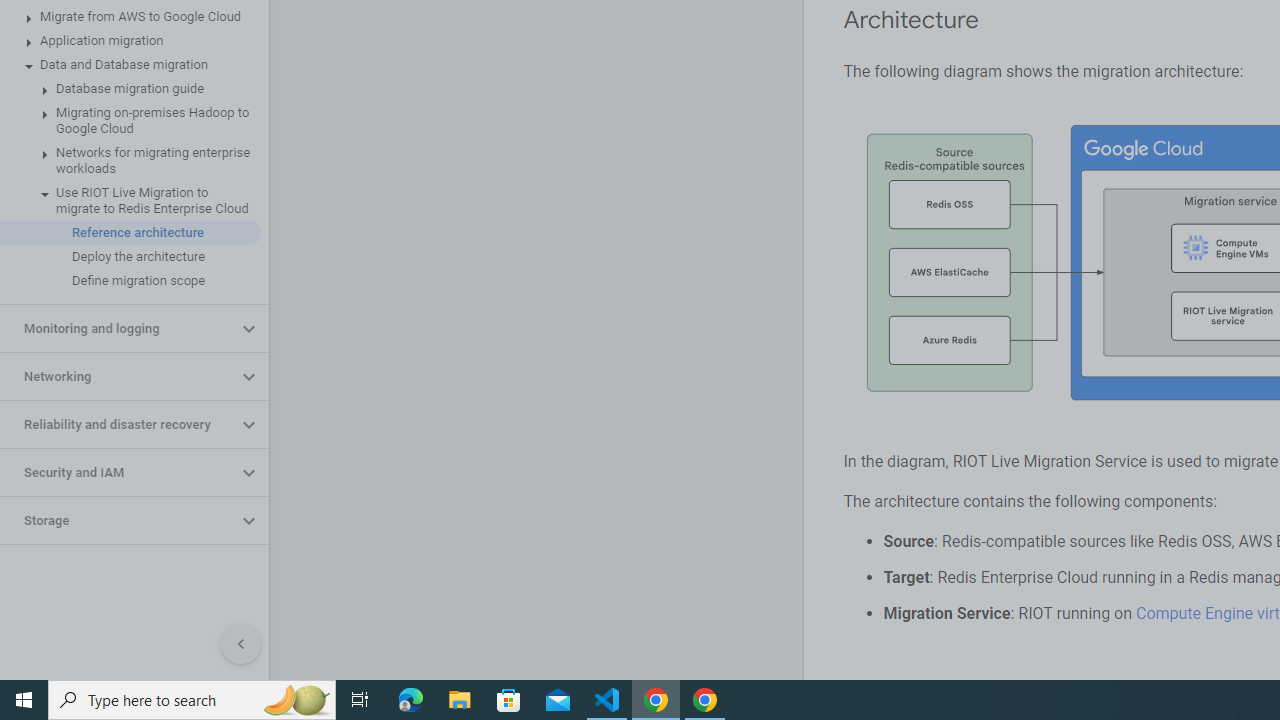  Describe the element at coordinates (129, 120) in the screenshot. I see `'Migrating on-premises Hadoop to Google Cloud'` at that location.